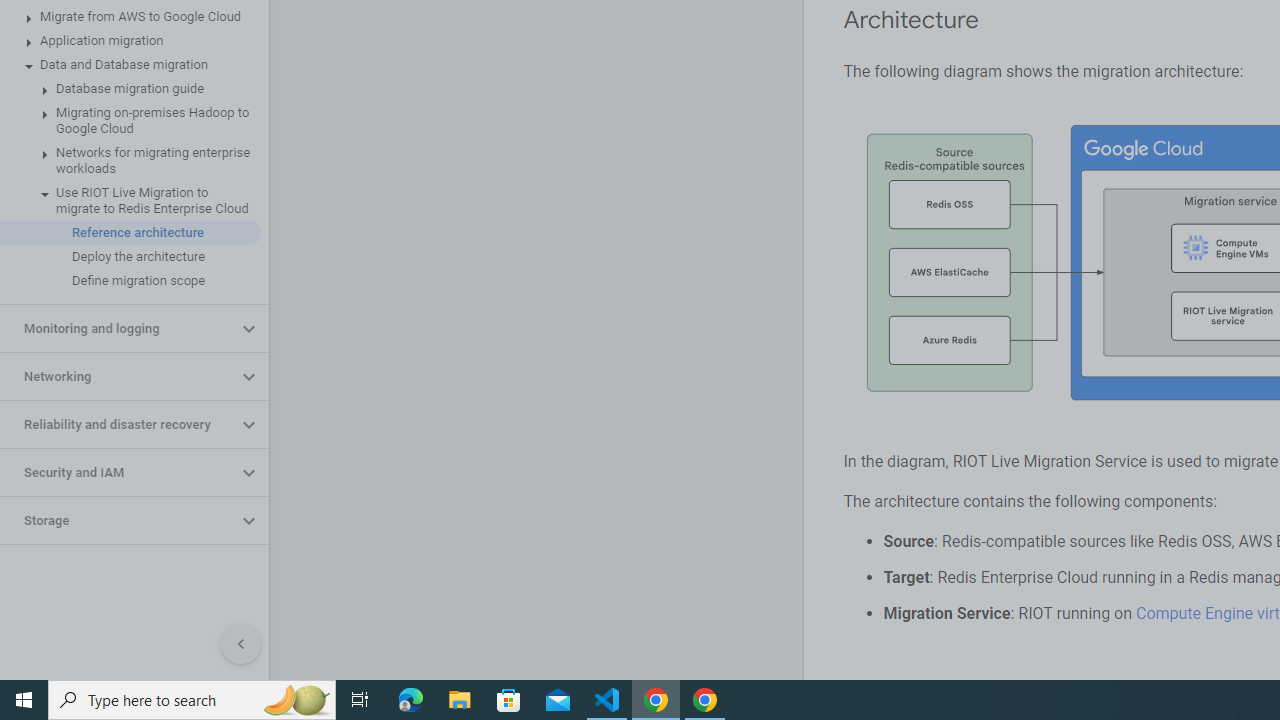  Describe the element at coordinates (129, 120) in the screenshot. I see `'Migrating on-premises Hadoop to Google Cloud'` at that location.